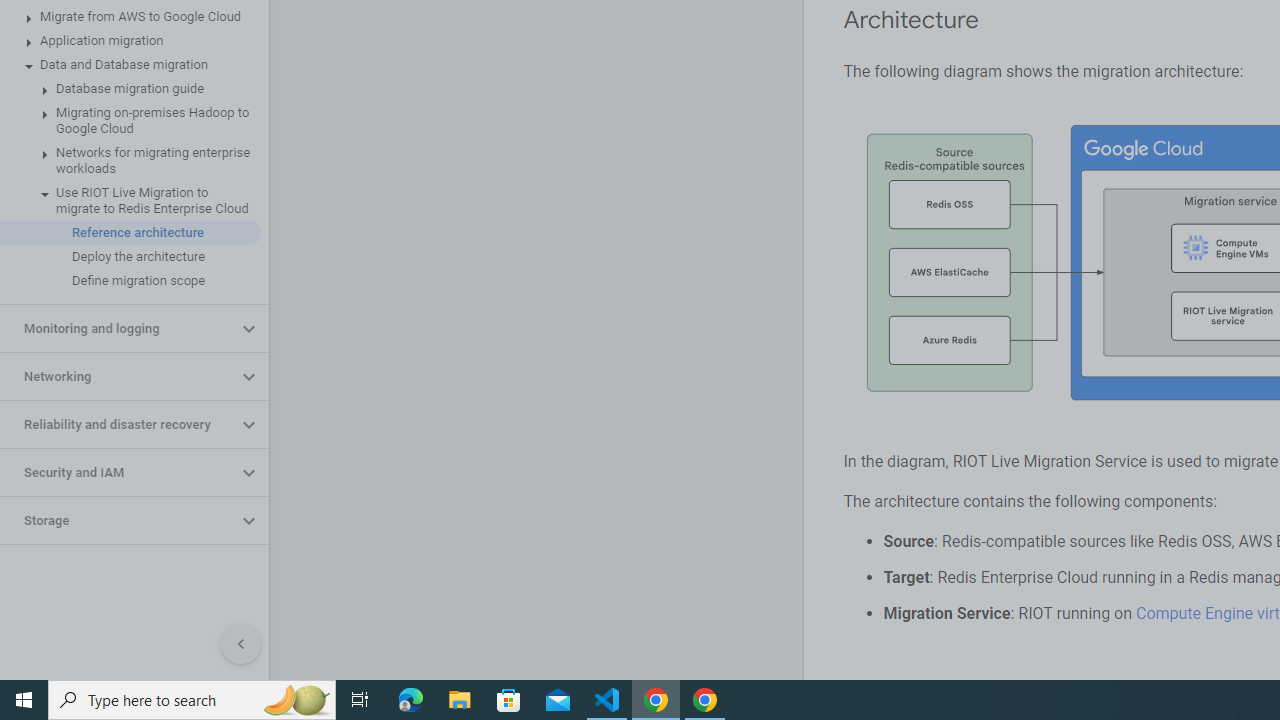  Describe the element at coordinates (129, 120) in the screenshot. I see `'Migrating on-premises Hadoop to Google Cloud'` at that location.